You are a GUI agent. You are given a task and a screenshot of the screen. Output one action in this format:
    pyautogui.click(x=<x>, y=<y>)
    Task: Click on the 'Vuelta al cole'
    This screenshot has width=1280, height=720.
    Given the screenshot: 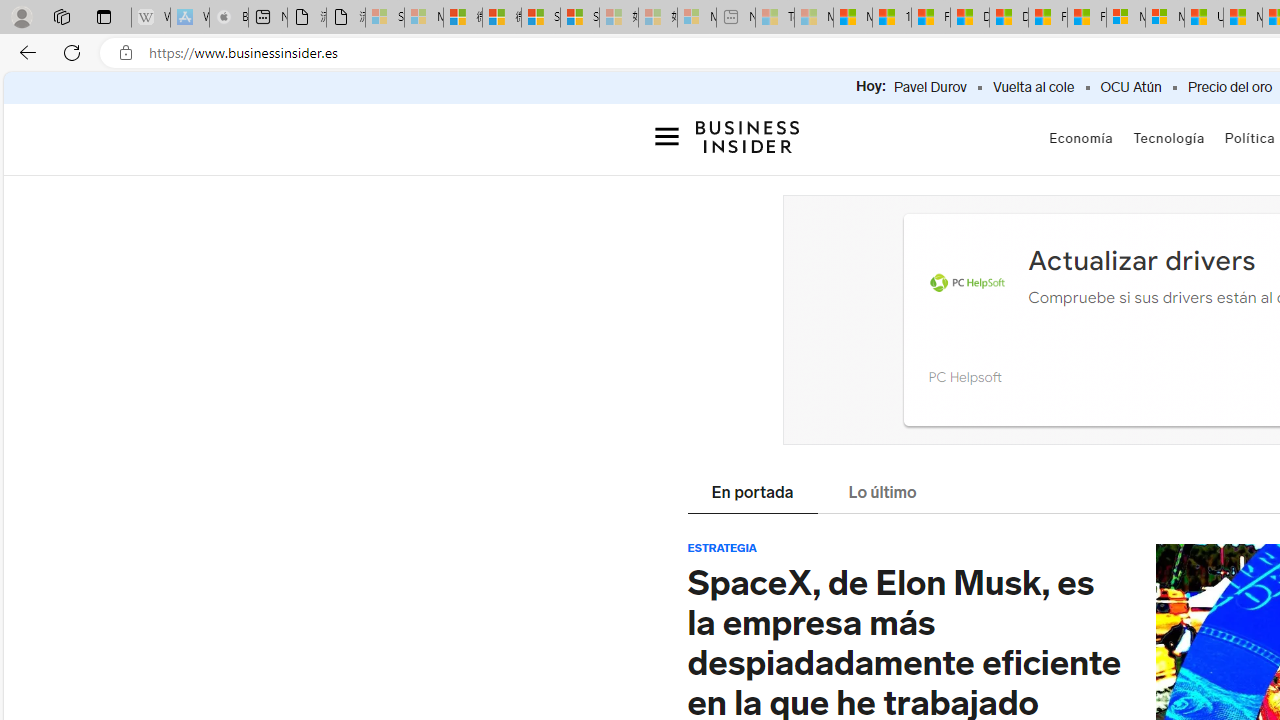 What is the action you would take?
    pyautogui.click(x=1033, y=87)
    